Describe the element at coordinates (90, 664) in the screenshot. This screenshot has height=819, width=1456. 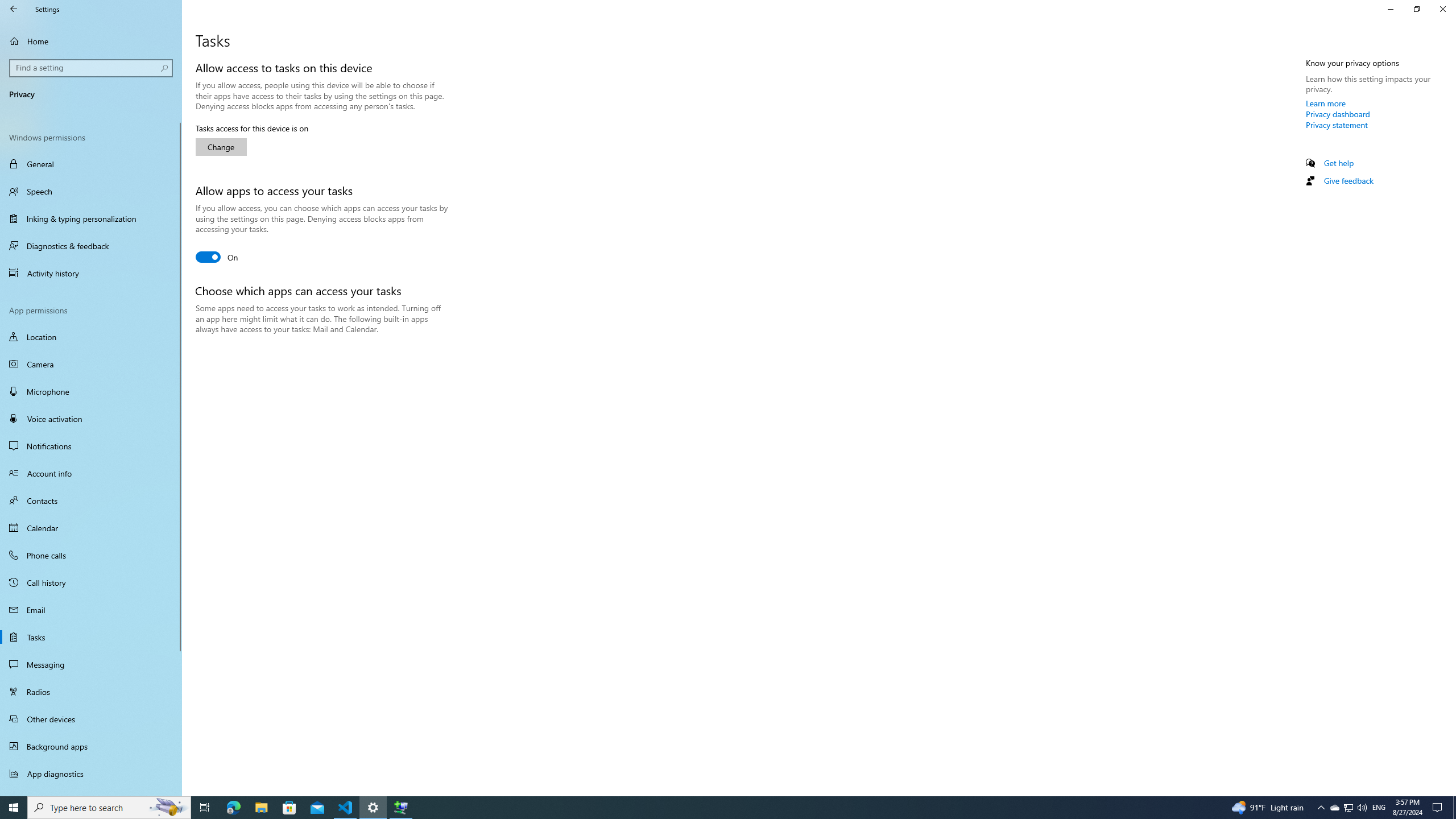
I see `'Messaging'` at that location.